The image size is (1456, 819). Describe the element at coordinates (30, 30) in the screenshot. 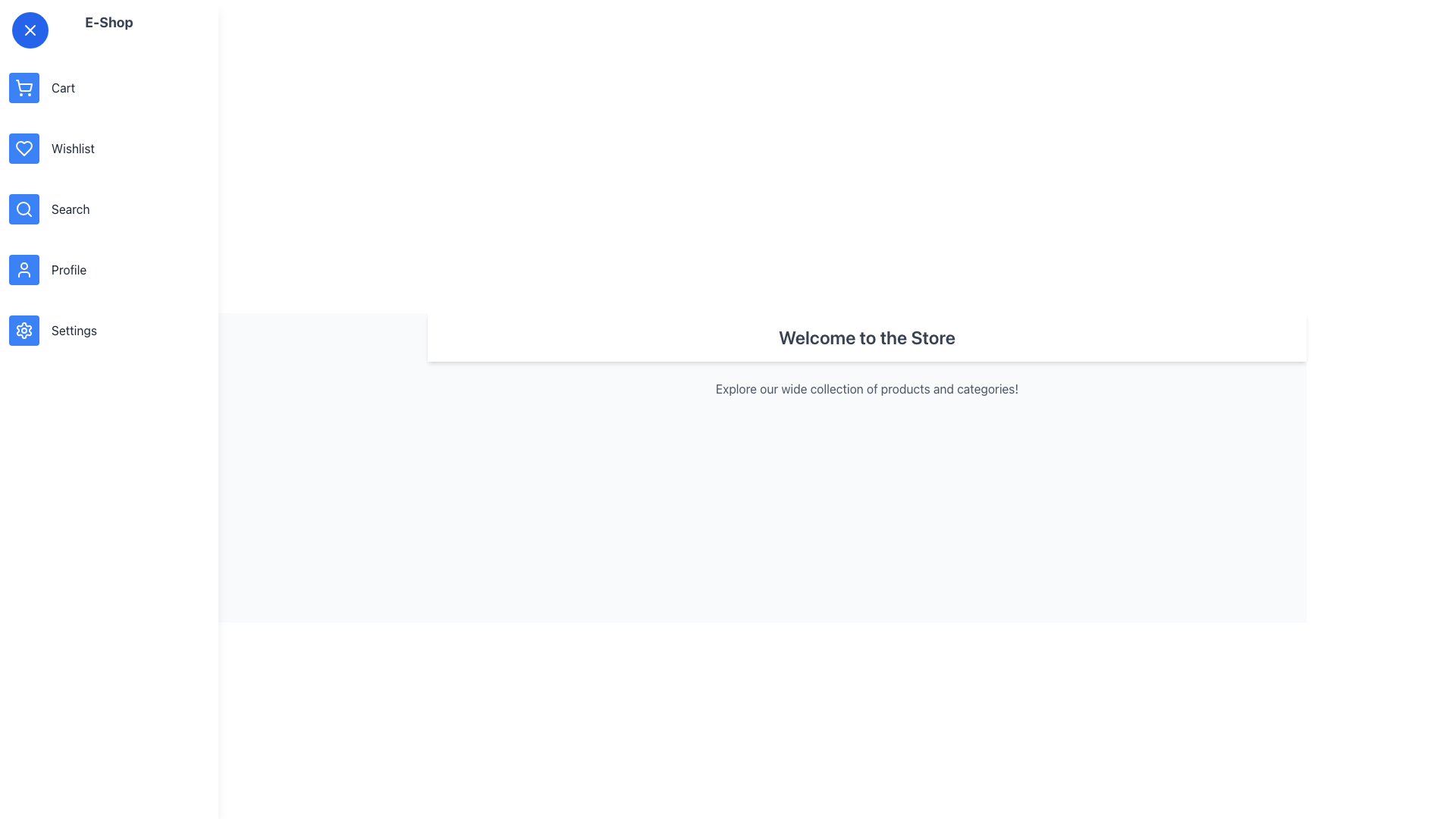

I see `the small cross ('x') icon button with a circular blue background located in the top-left corner of the interface` at that location.